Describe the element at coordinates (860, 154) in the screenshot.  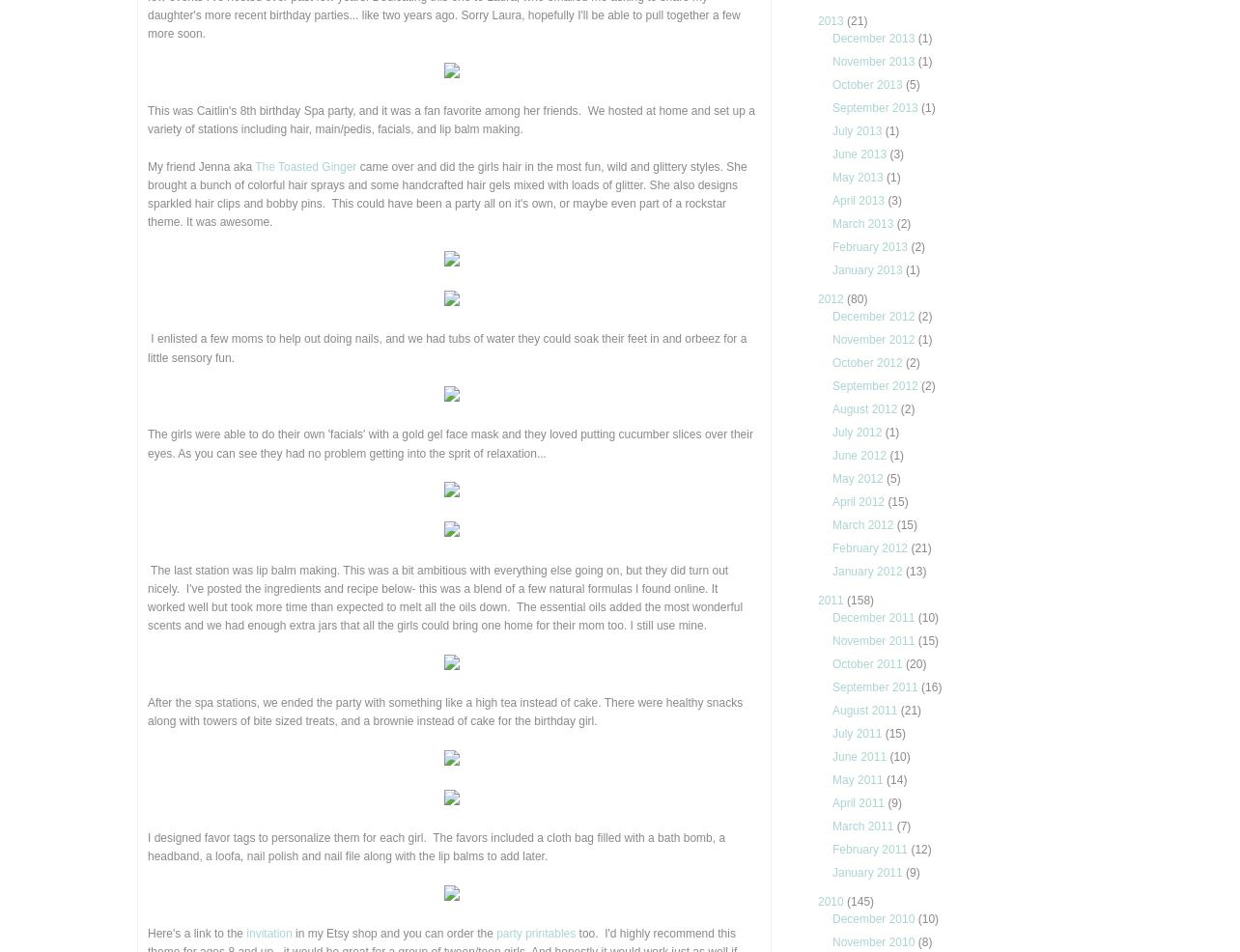
I see `'June 2013'` at that location.